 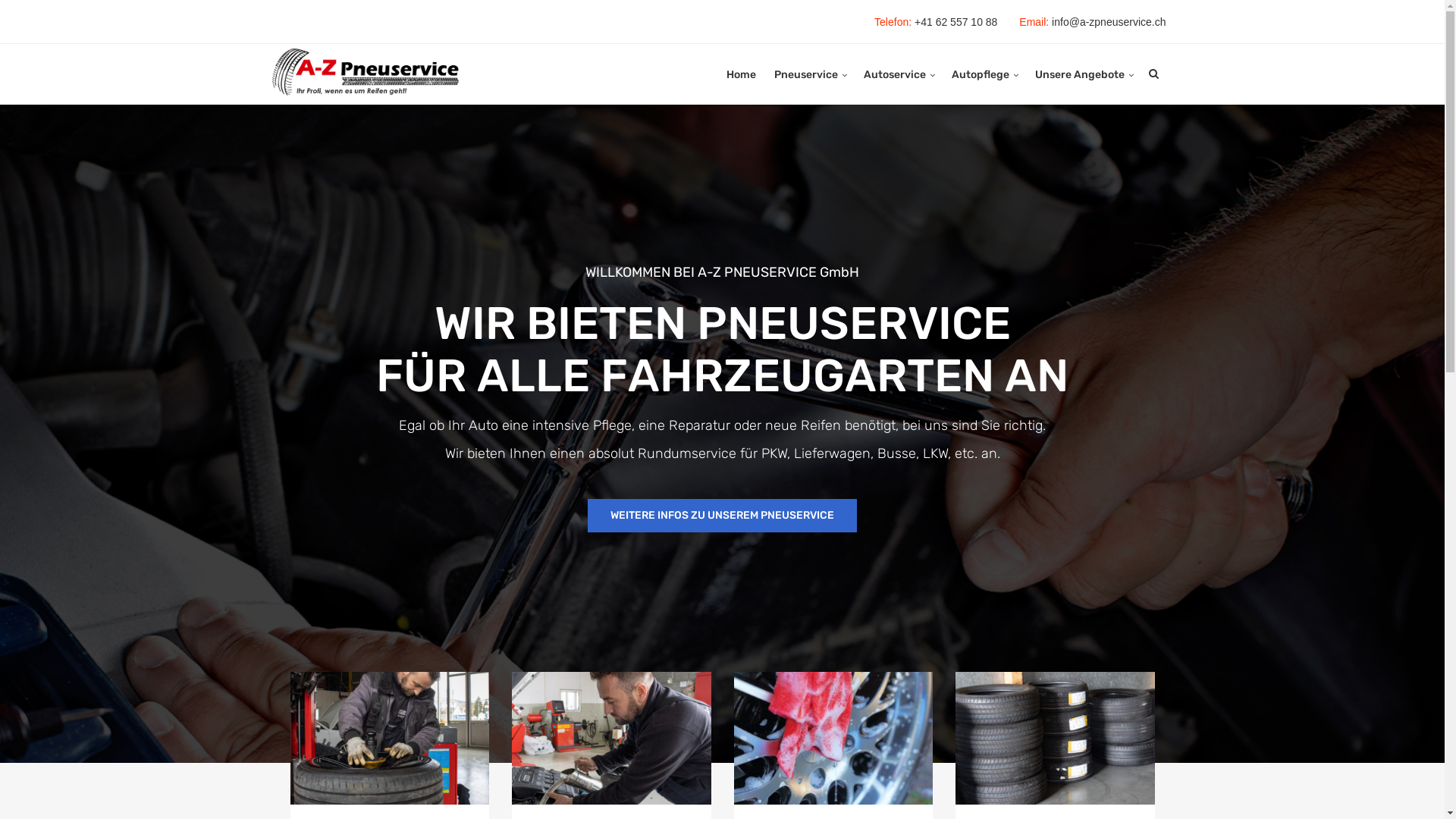 I want to click on 'Home', so click(x=726, y=75).